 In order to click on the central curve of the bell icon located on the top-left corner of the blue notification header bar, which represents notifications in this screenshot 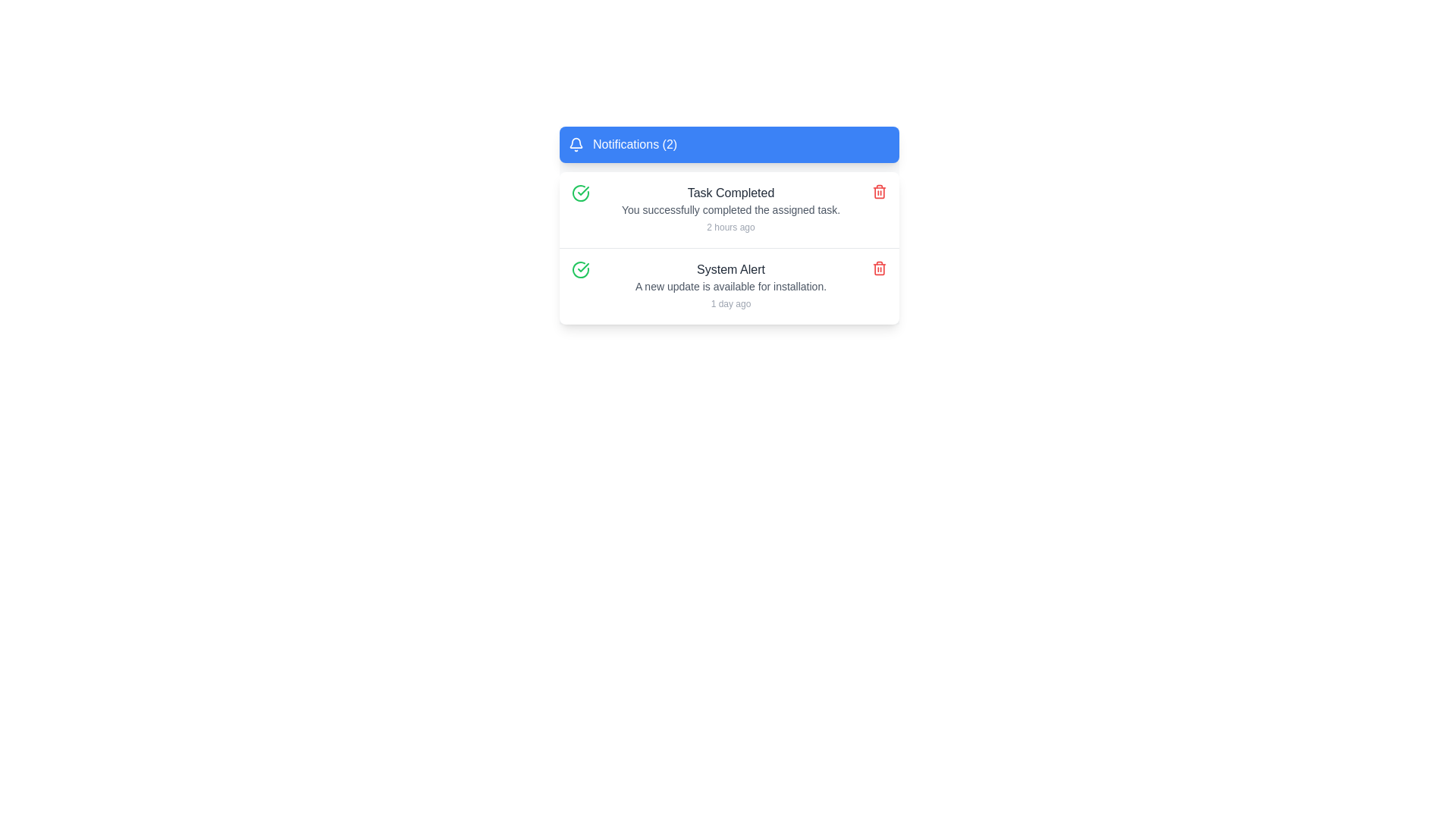, I will do `click(575, 143)`.